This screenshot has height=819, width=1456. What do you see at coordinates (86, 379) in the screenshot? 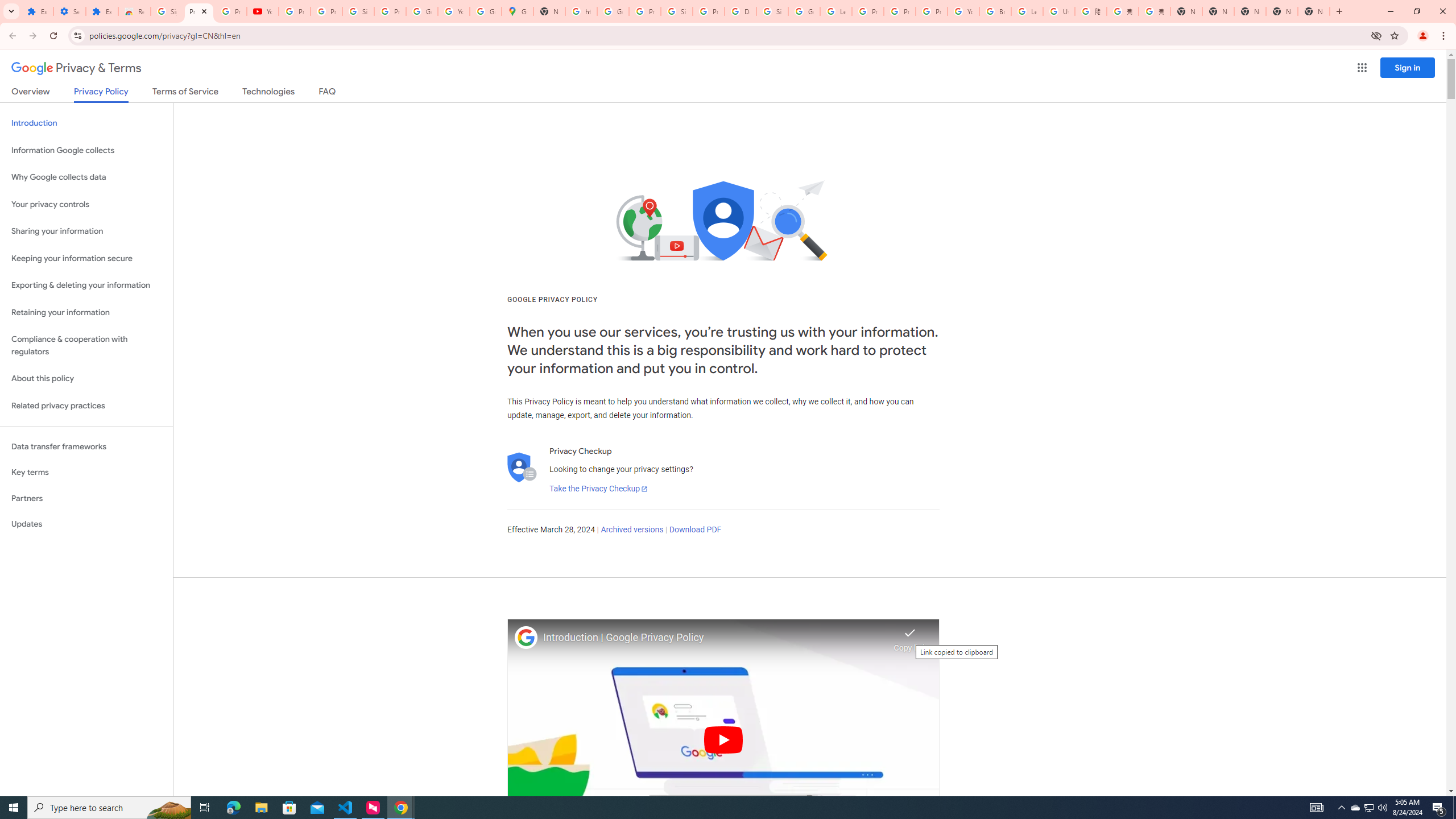
I see `'About this policy'` at bounding box center [86, 379].